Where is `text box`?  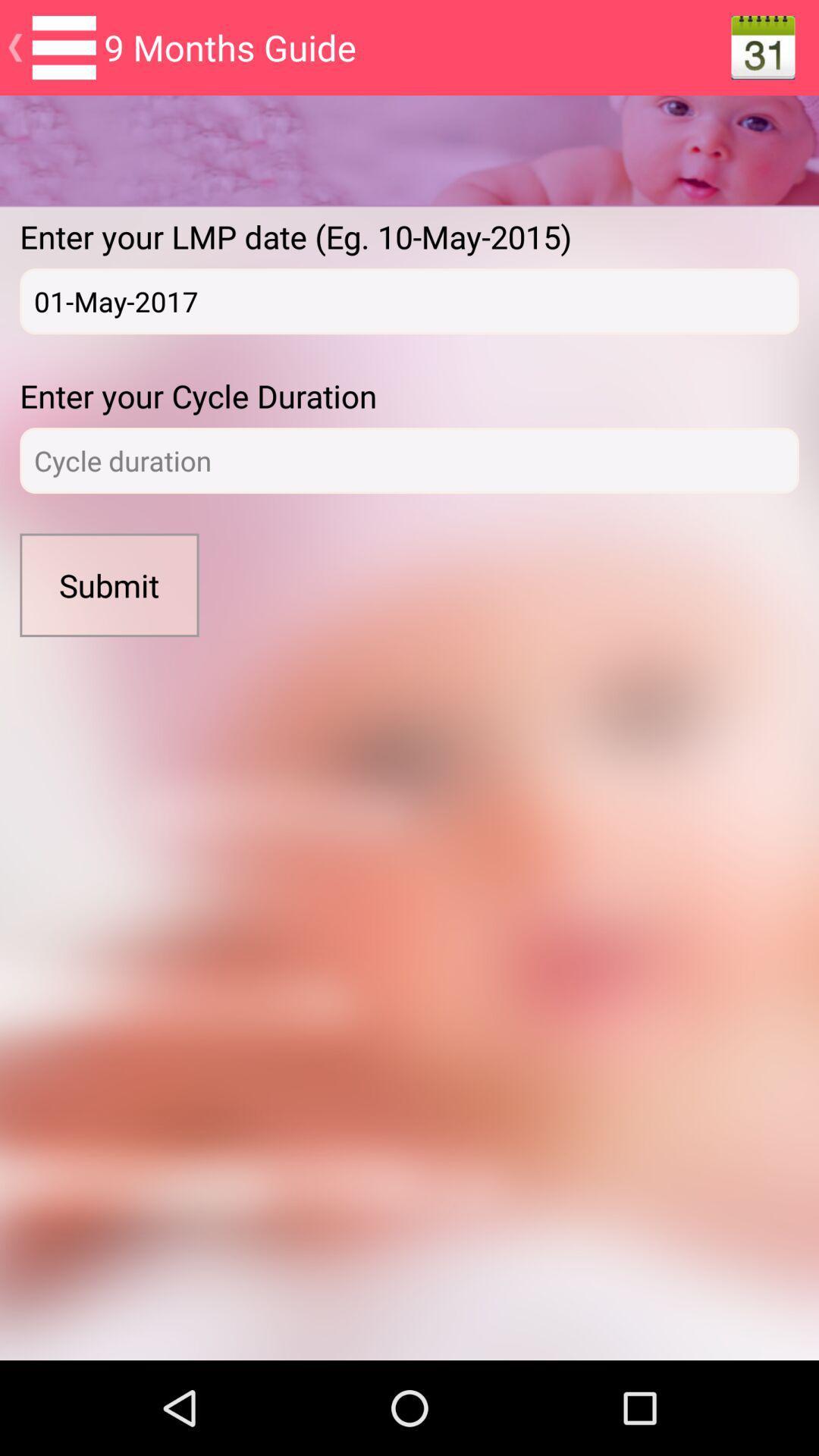 text box is located at coordinates (409, 460).